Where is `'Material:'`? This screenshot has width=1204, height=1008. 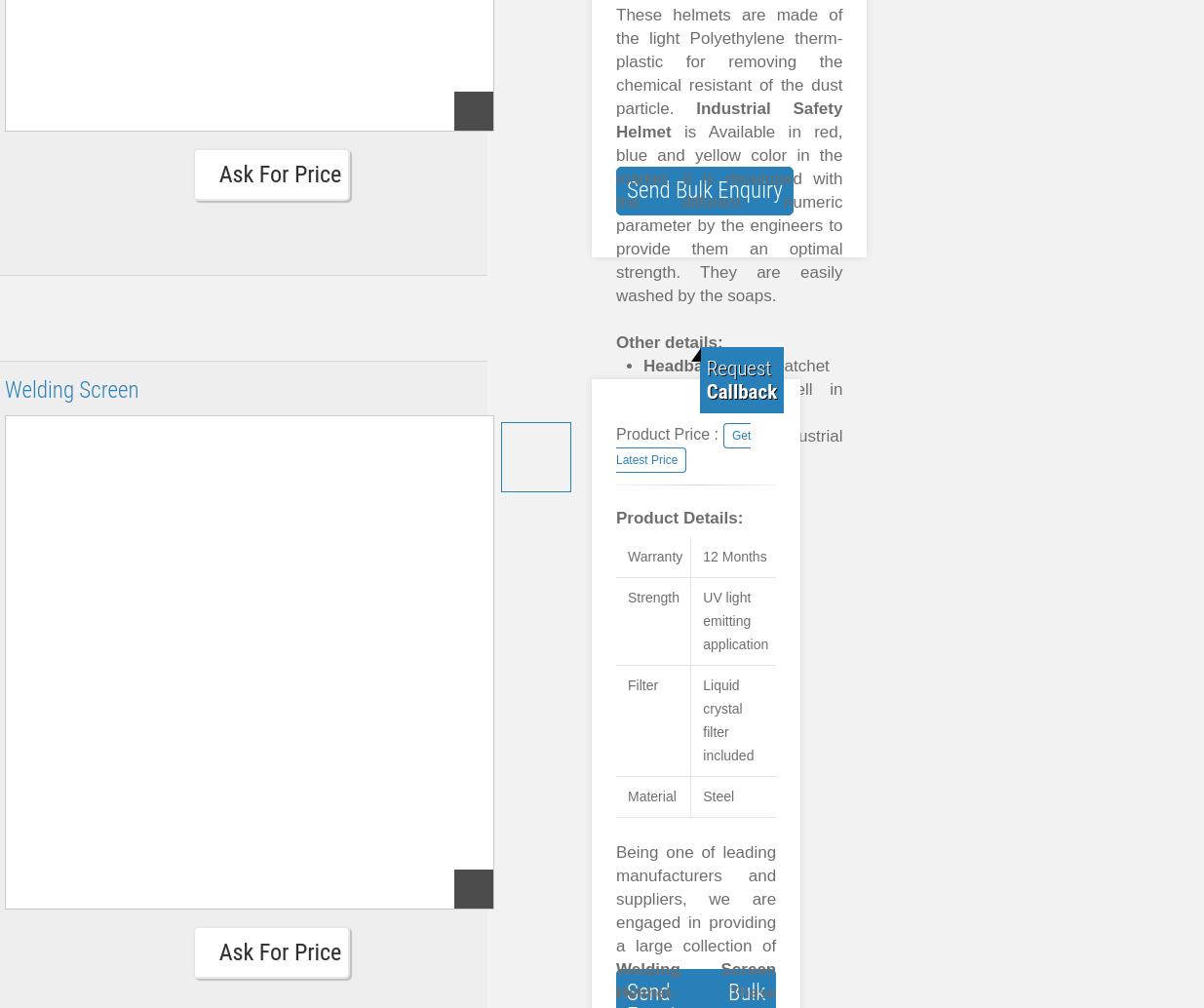 'Material:' is located at coordinates (642, 388).